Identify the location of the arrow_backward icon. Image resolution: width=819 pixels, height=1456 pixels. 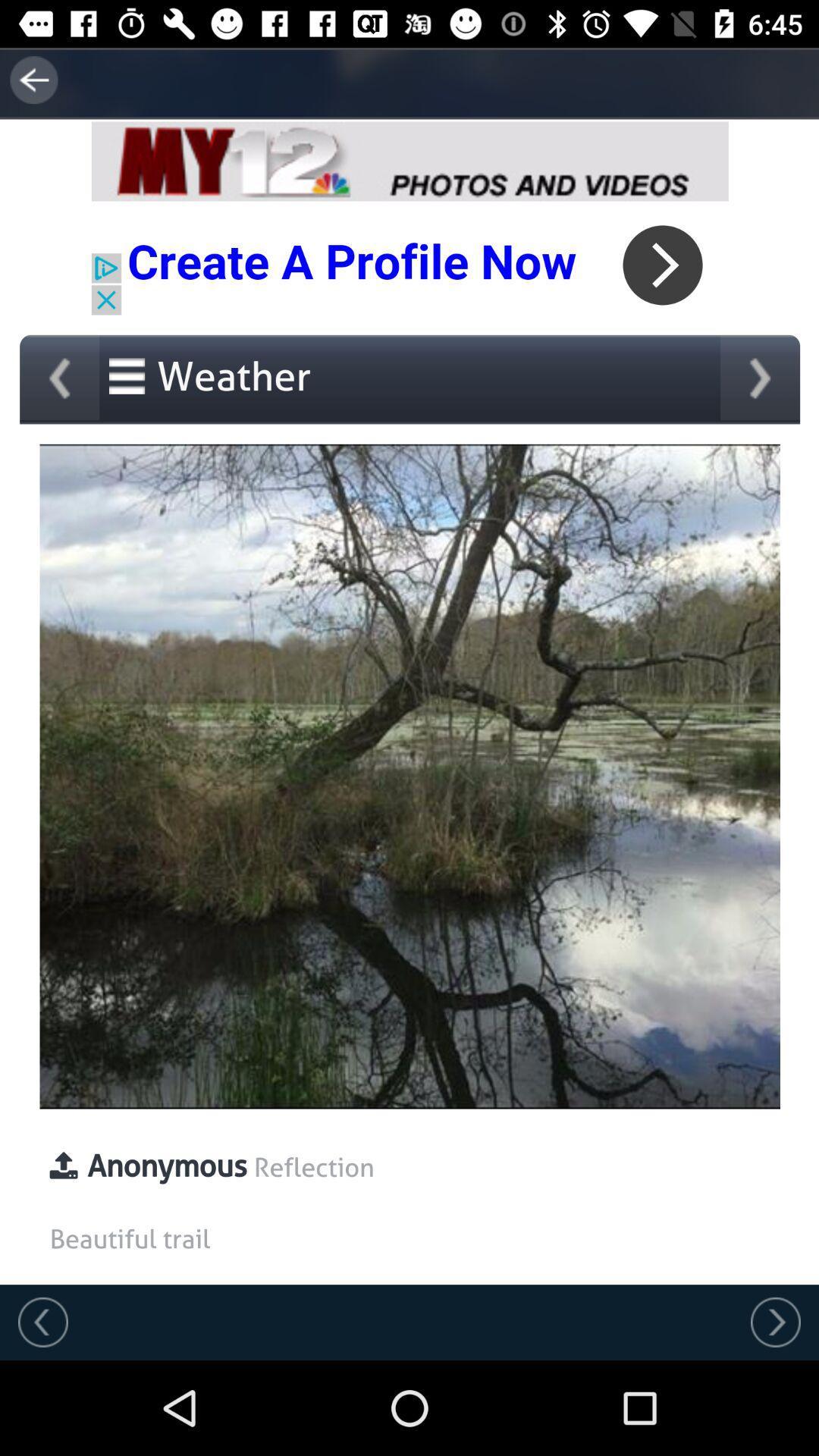
(43, 79).